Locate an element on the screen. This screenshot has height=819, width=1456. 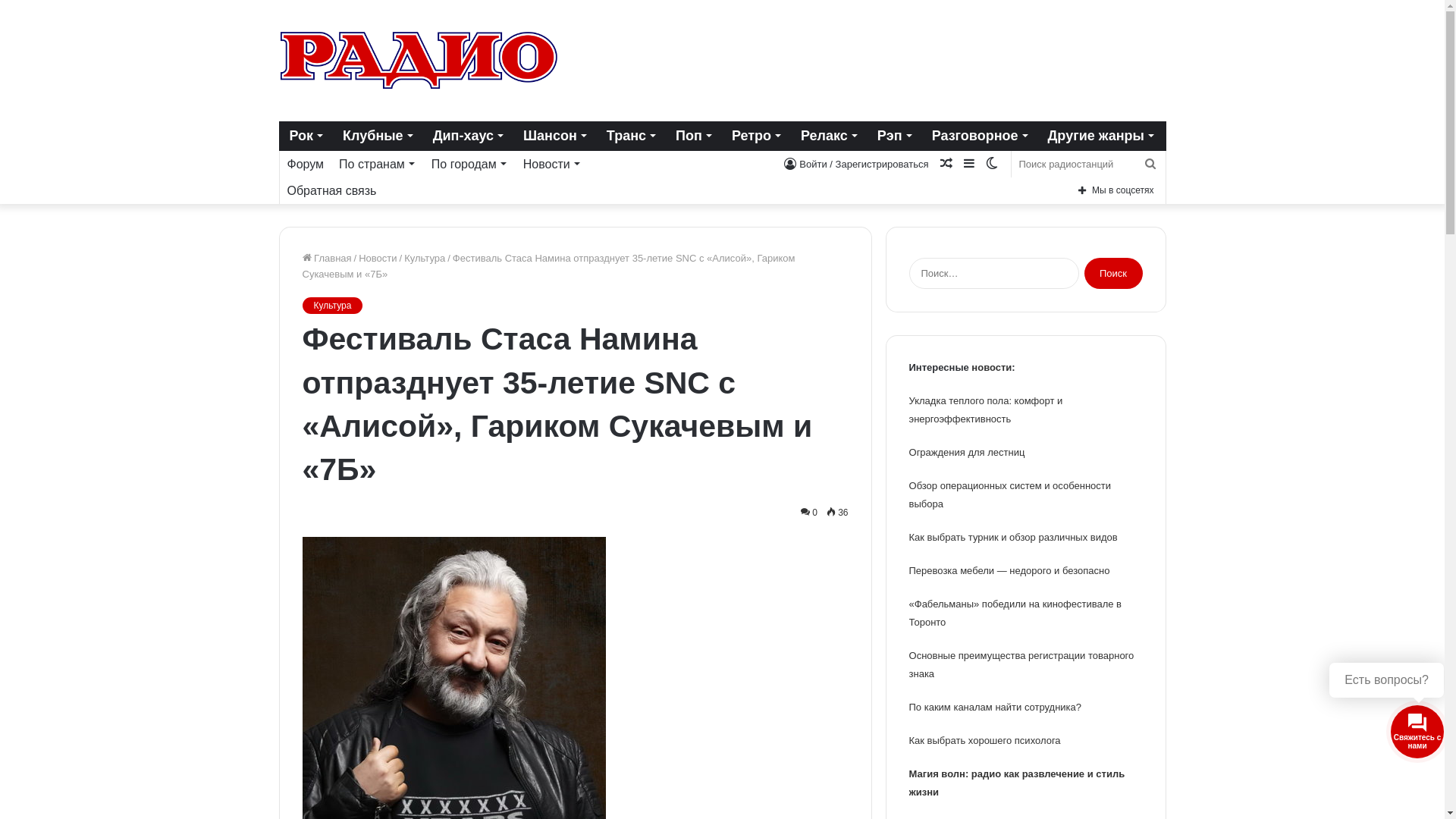
'Sidebar' is located at coordinates (967, 164).